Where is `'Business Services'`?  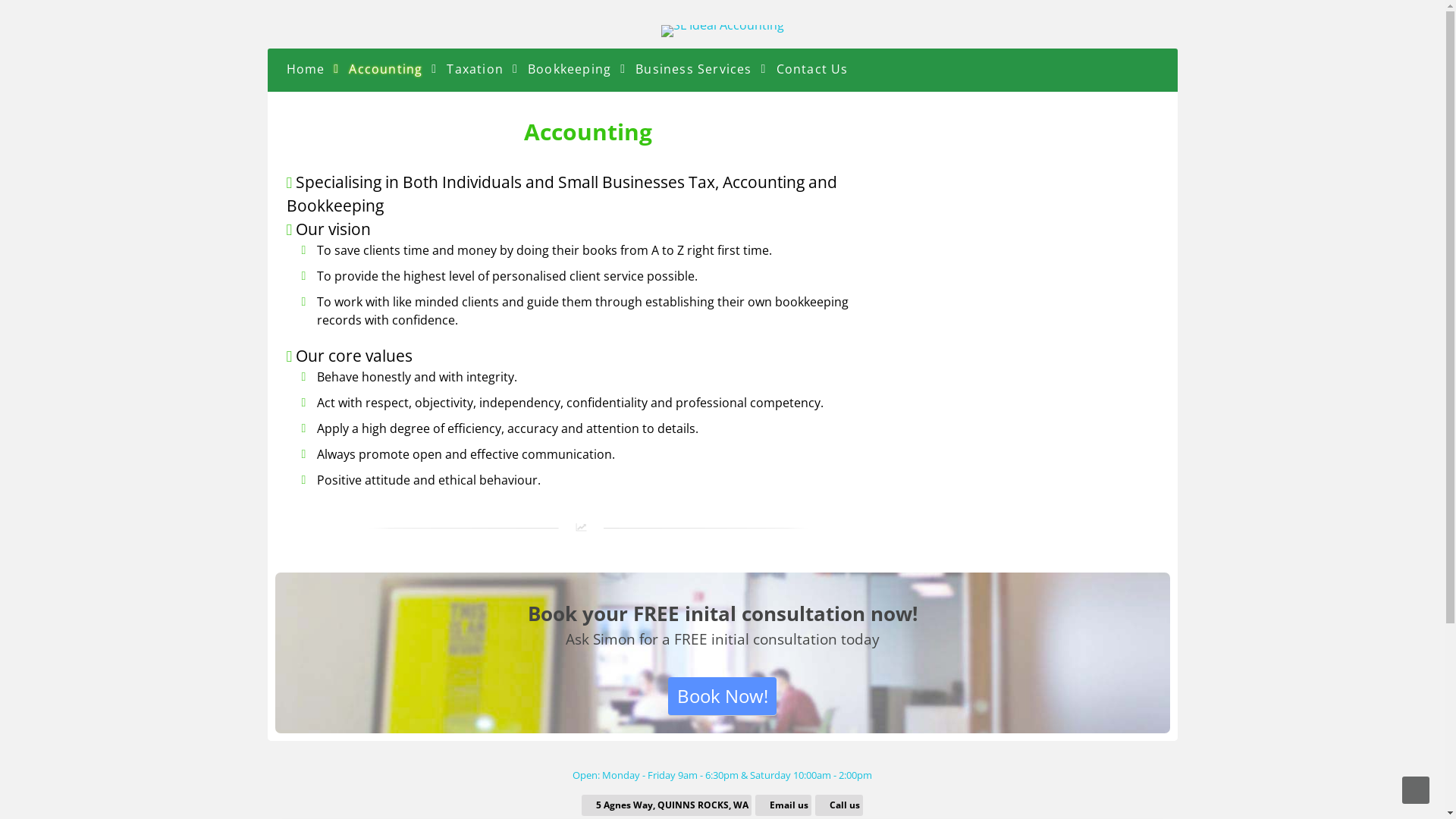 'Business Services' is located at coordinates (692, 67).